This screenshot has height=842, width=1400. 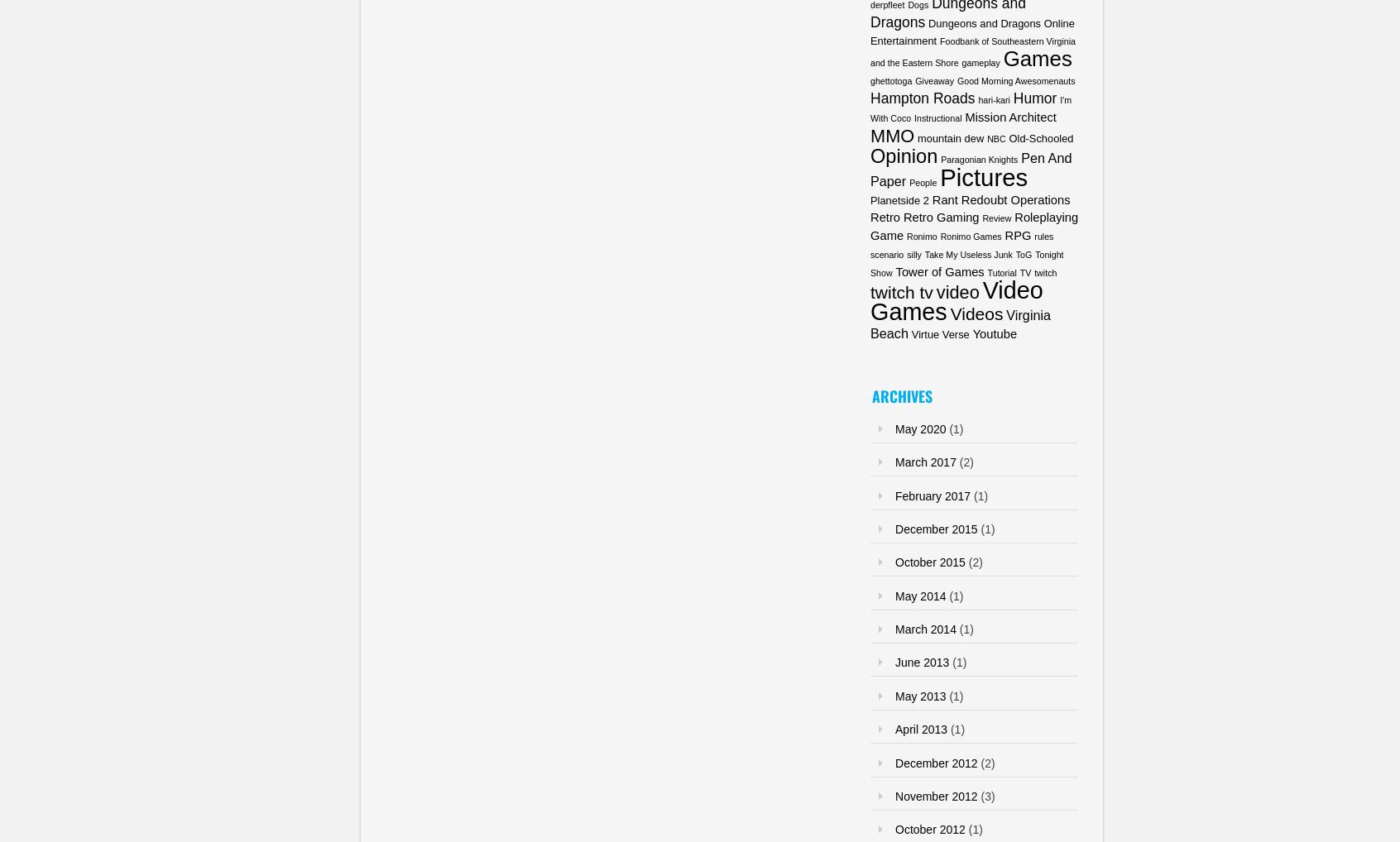 What do you see at coordinates (982, 175) in the screenshot?
I see `'Pictures'` at bounding box center [982, 175].